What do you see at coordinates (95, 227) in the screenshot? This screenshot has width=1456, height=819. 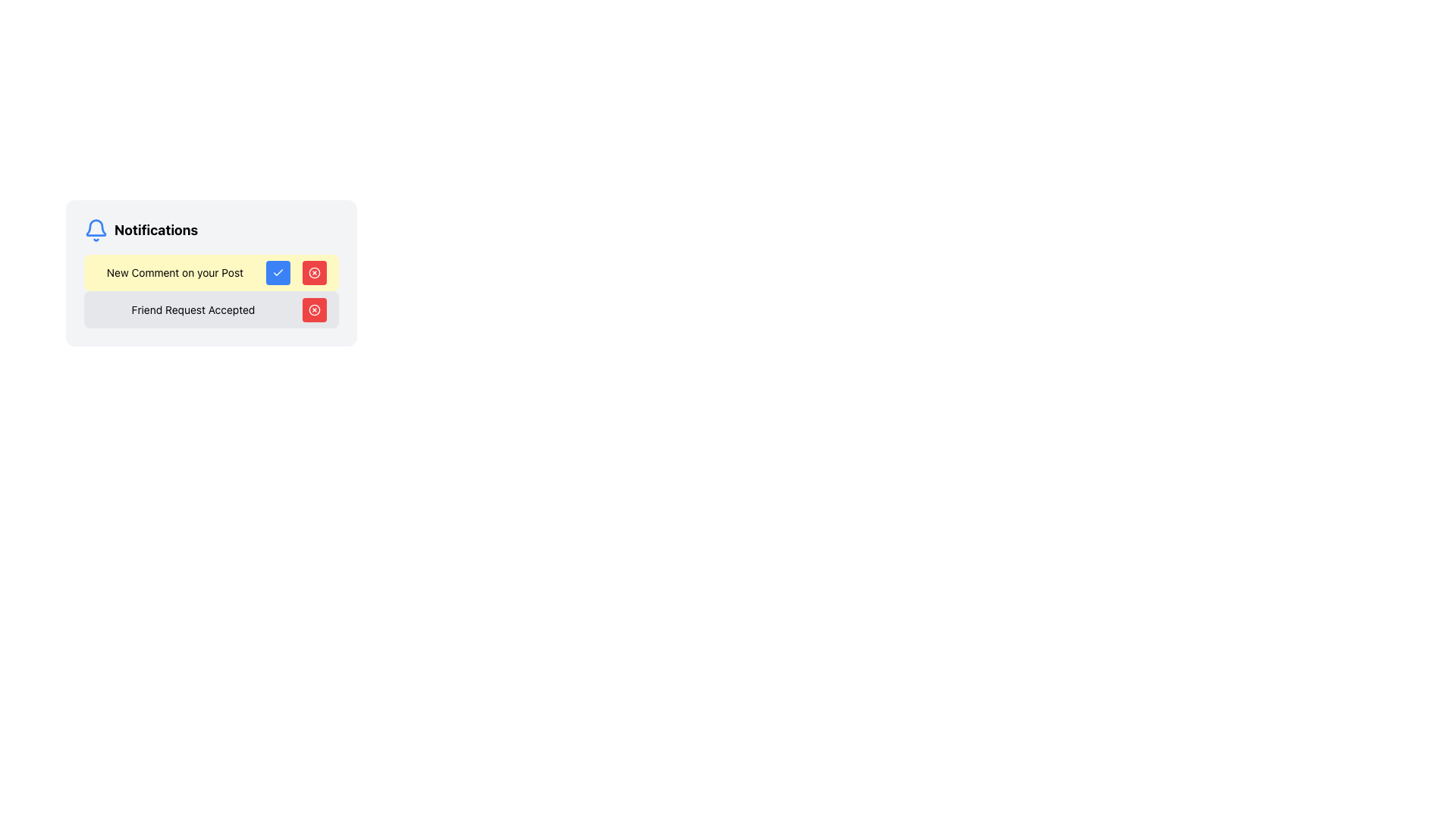 I see `the bell-shaped notification icon with a blue outline located at the top-left corner of the notification section, to the left of the title 'Notifications'` at bounding box center [95, 227].